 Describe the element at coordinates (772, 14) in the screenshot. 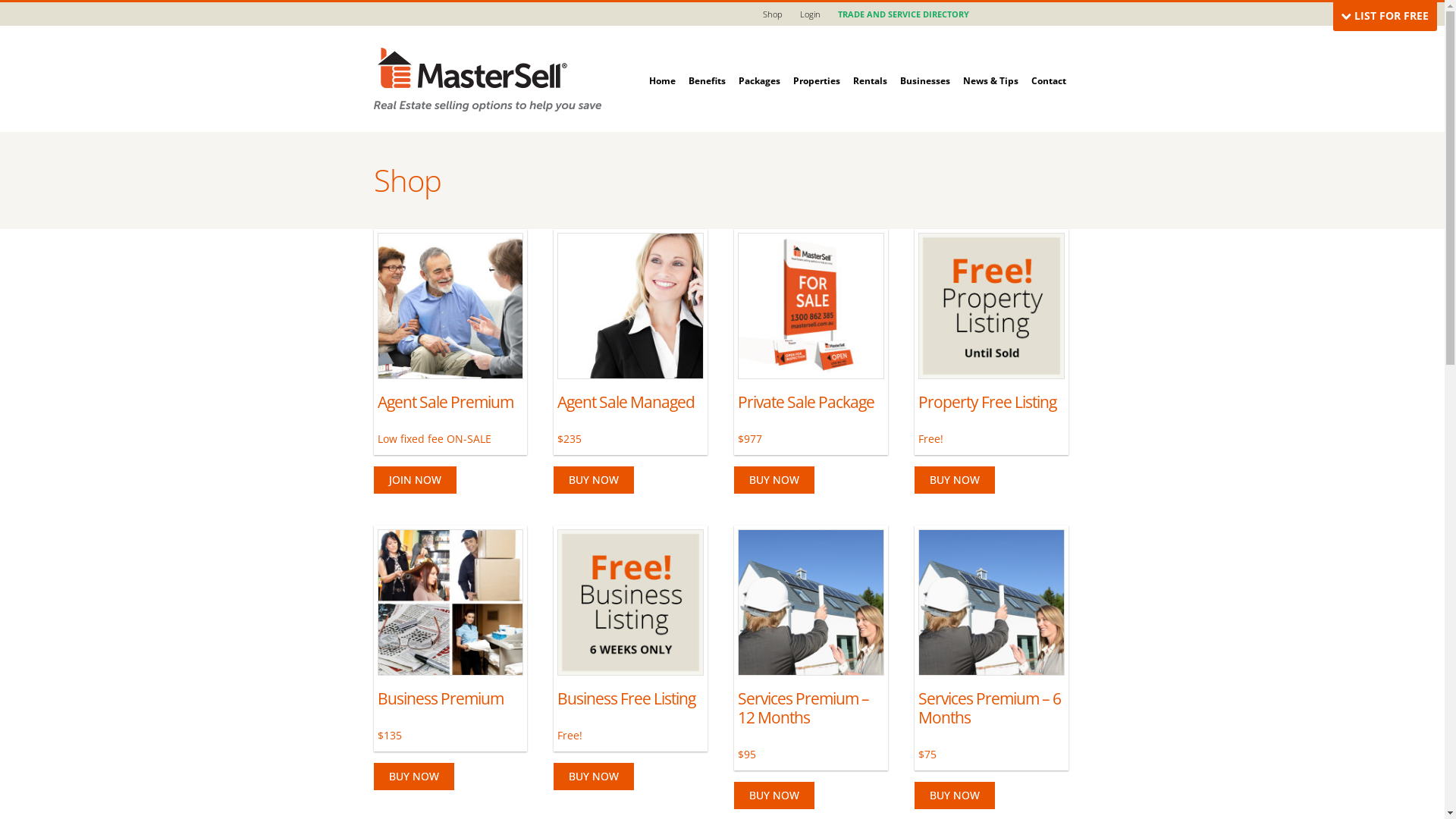

I see `'Shop'` at that location.